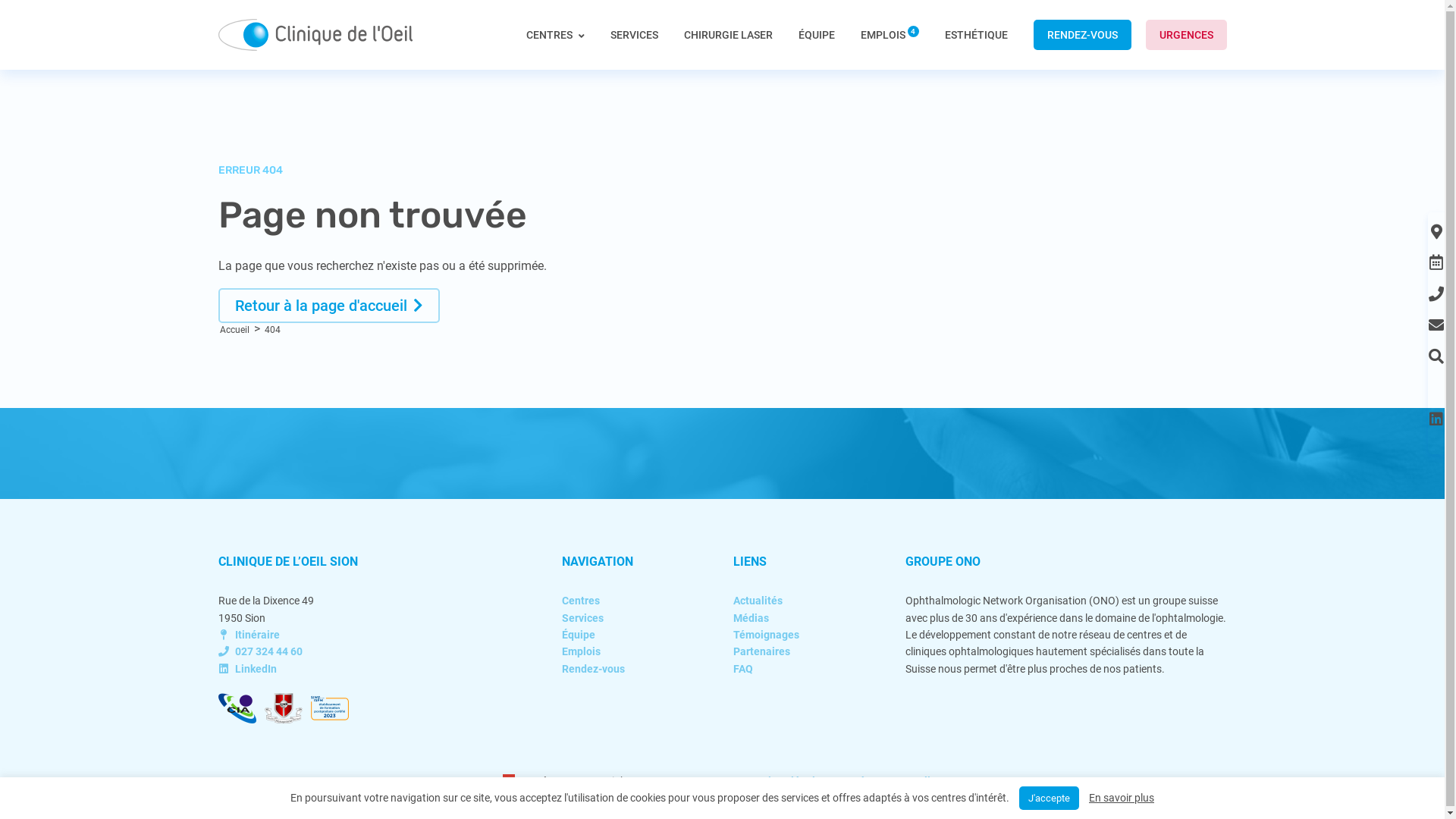  What do you see at coordinates (554, 48) in the screenshot?
I see `'CENTRES'` at bounding box center [554, 48].